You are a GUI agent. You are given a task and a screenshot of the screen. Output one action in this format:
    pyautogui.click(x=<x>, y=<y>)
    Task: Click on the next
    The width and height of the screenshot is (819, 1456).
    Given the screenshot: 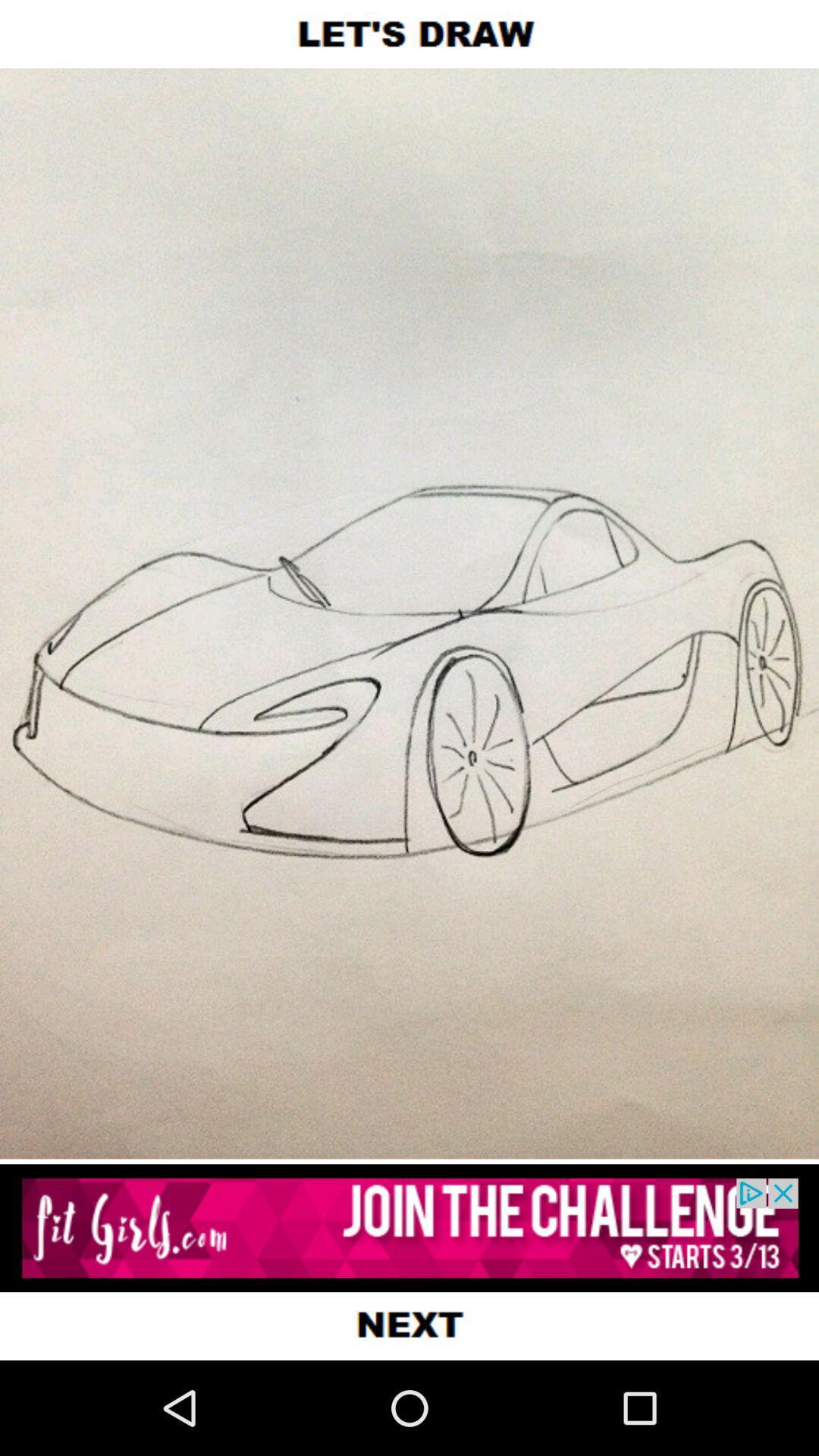 What is the action you would take?
    pyautogui.click(x=409, y=1325)
    